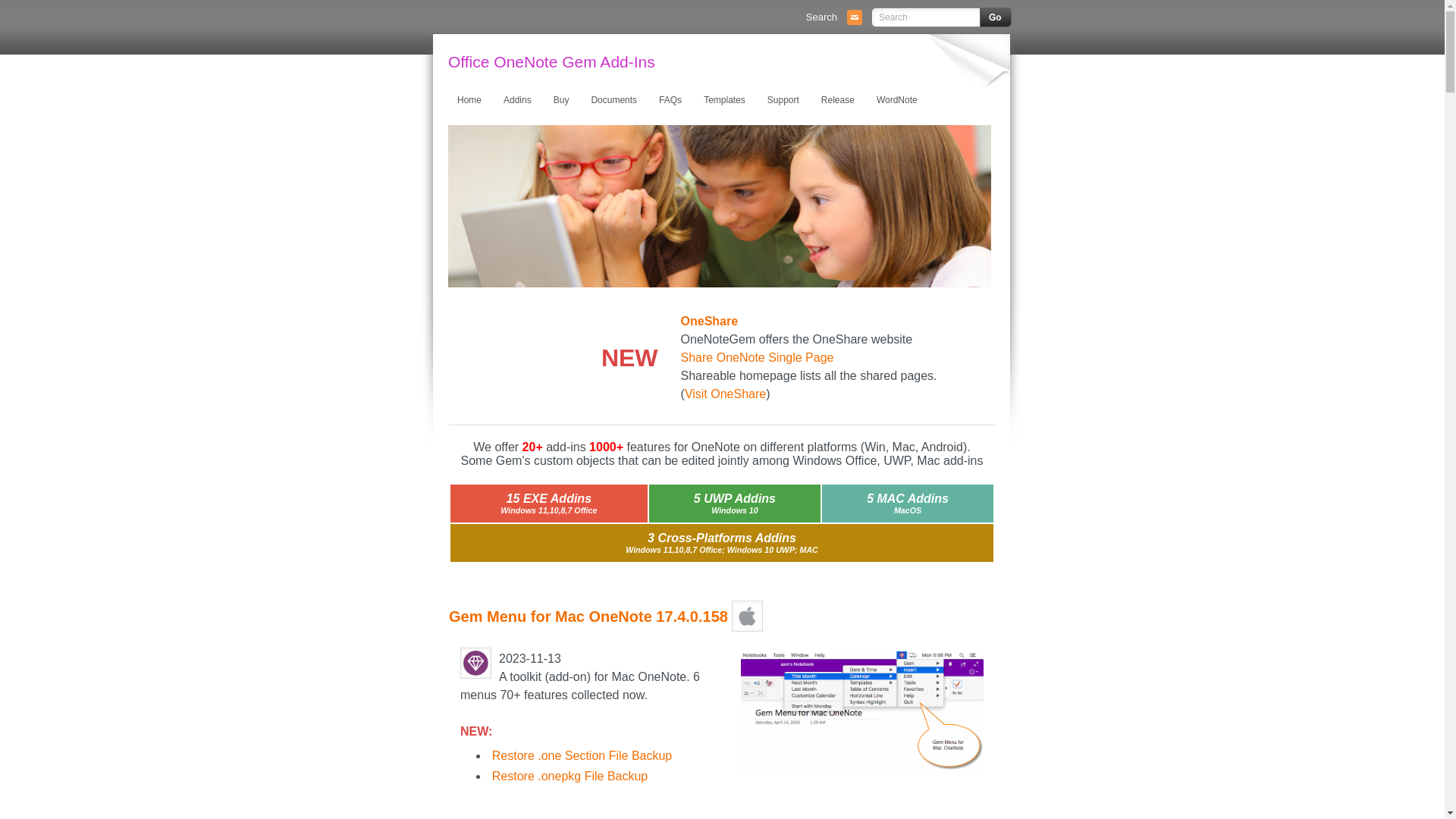 The height and width of the screenshot is (819, 1456). What do you see at coordinates (612, 99) in the screenshot?
I see `'Documents'` at bounding box center [612, 99].